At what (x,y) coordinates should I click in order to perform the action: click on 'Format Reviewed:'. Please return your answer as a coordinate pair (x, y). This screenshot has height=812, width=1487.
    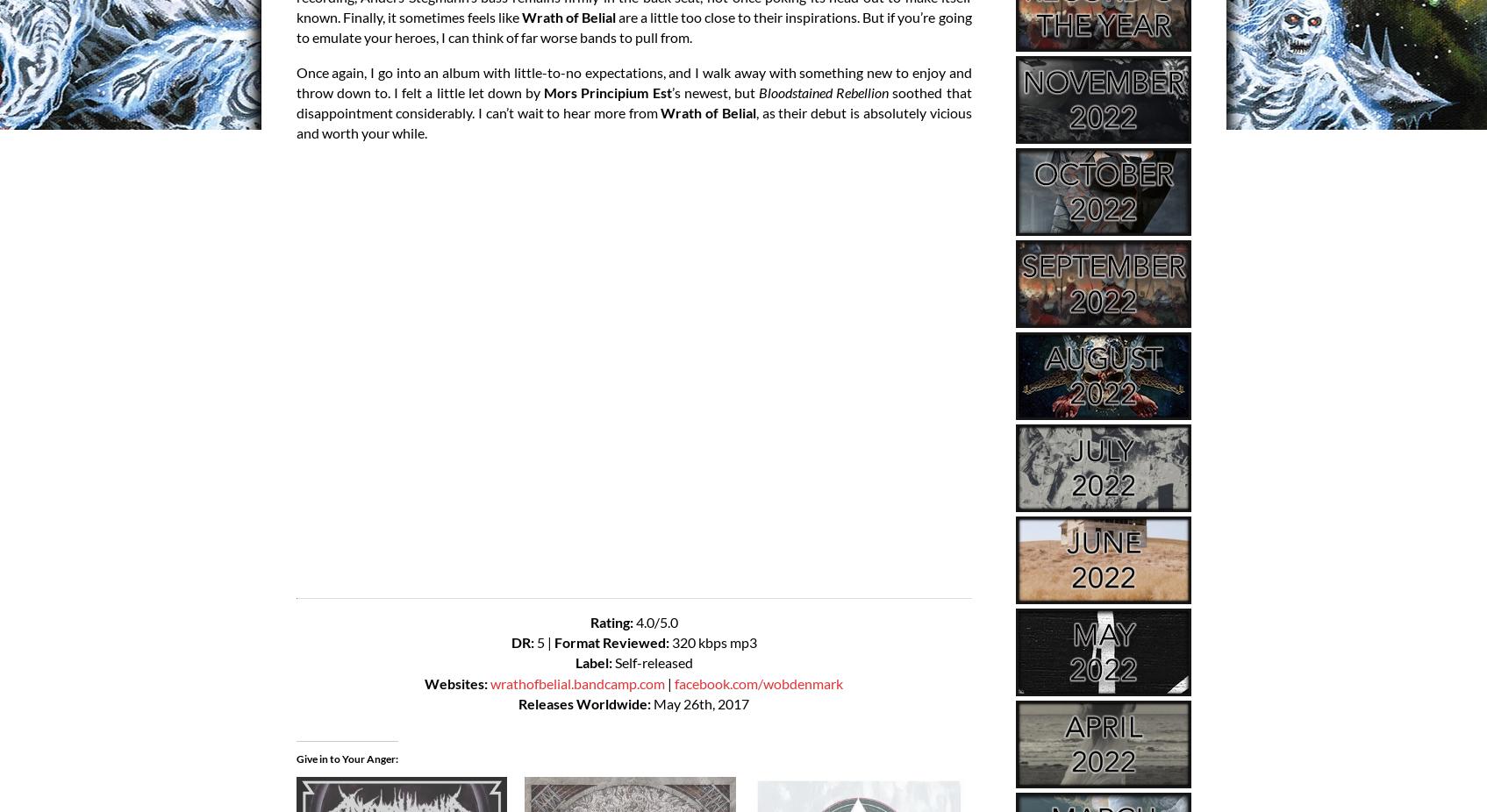
    Looking at the image, I should click on (611, 643).